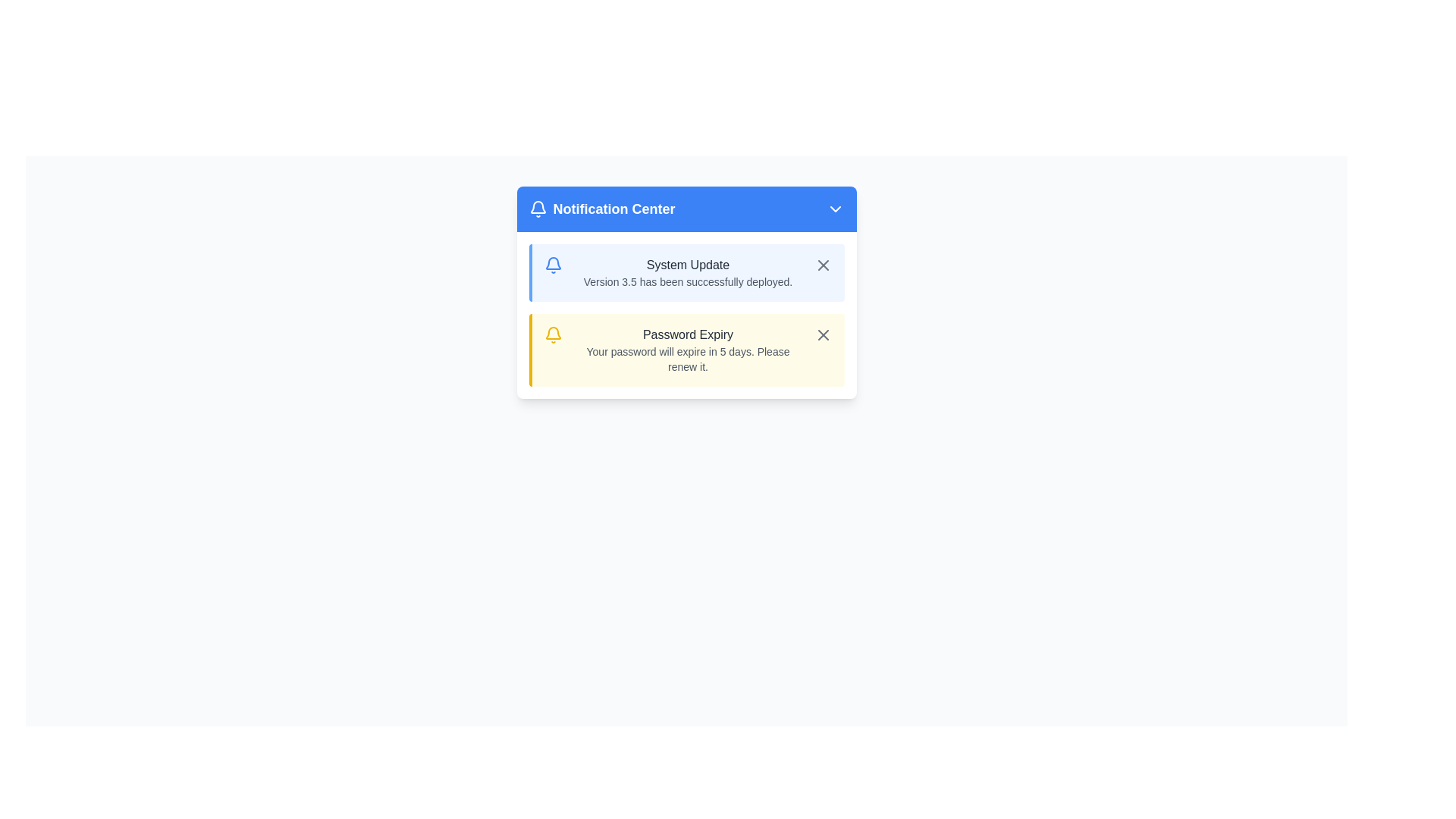  What do you see at coordinates (687, 265) in the screenshot?
I see `the static text element displaying 'System Update' located at the top of the notification panel` at bounding box center [687, 265].